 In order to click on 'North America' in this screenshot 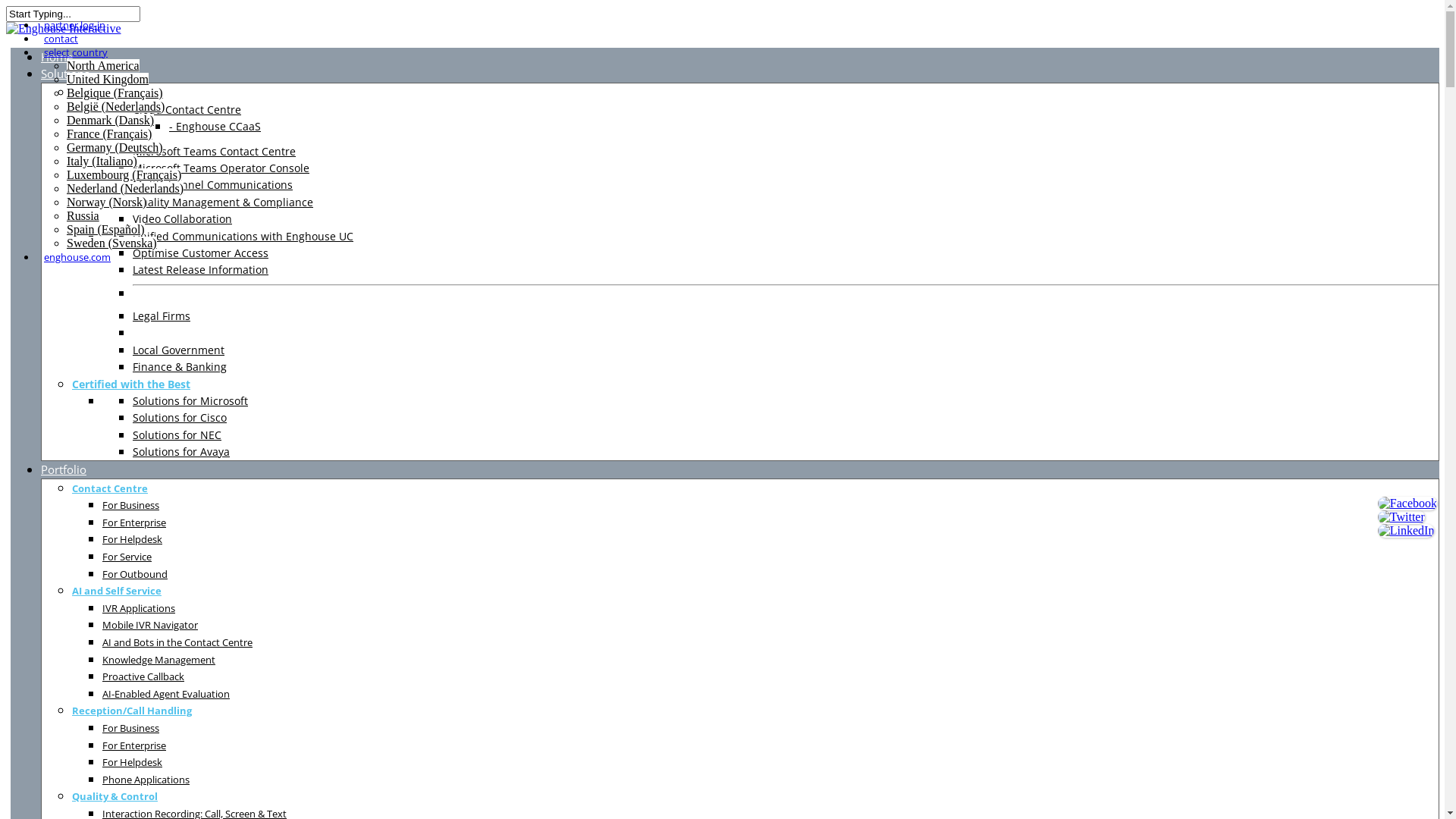, I will do `click(102, 64)`.